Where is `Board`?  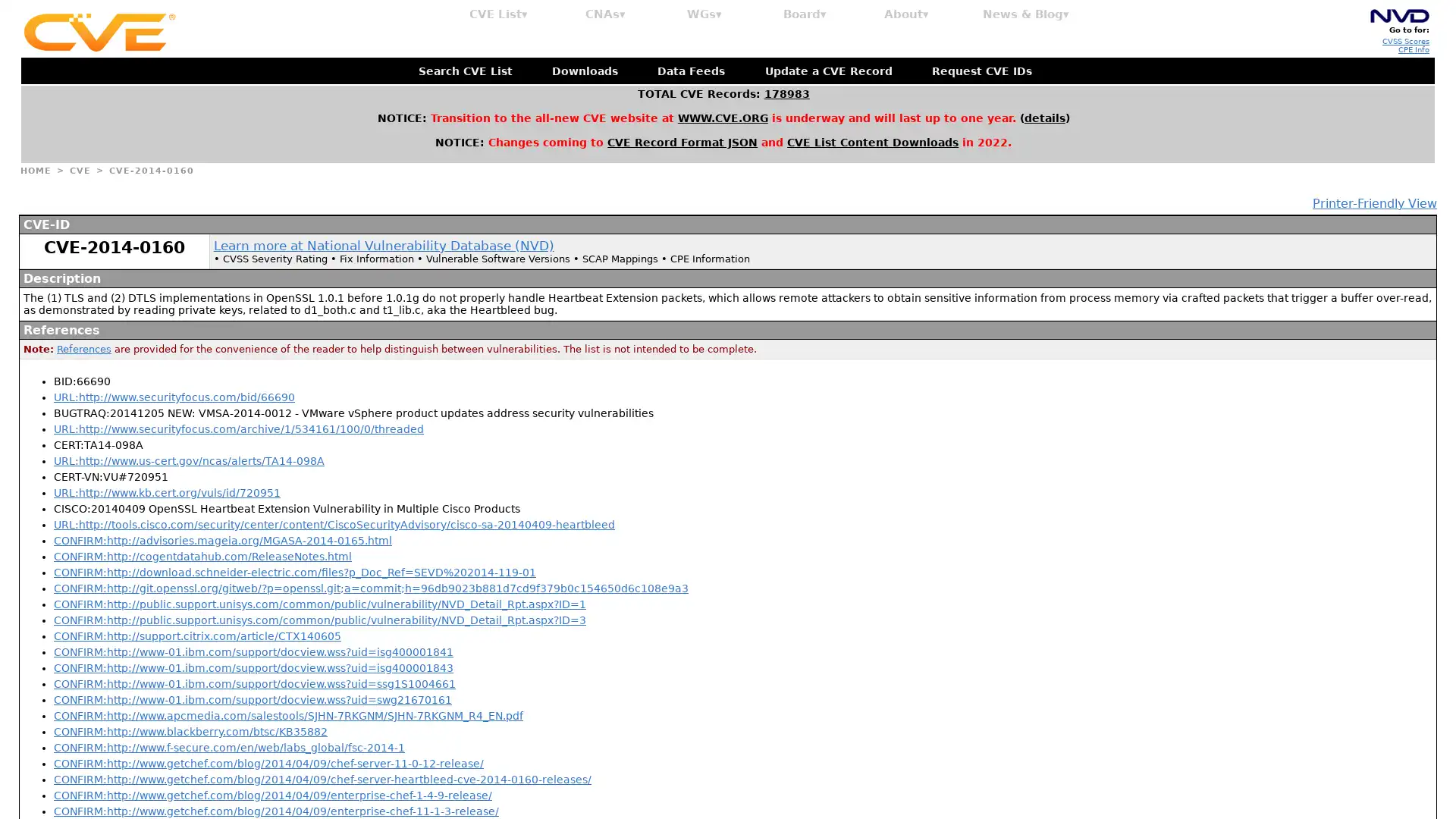 Board is located at coordinates (804, 14).